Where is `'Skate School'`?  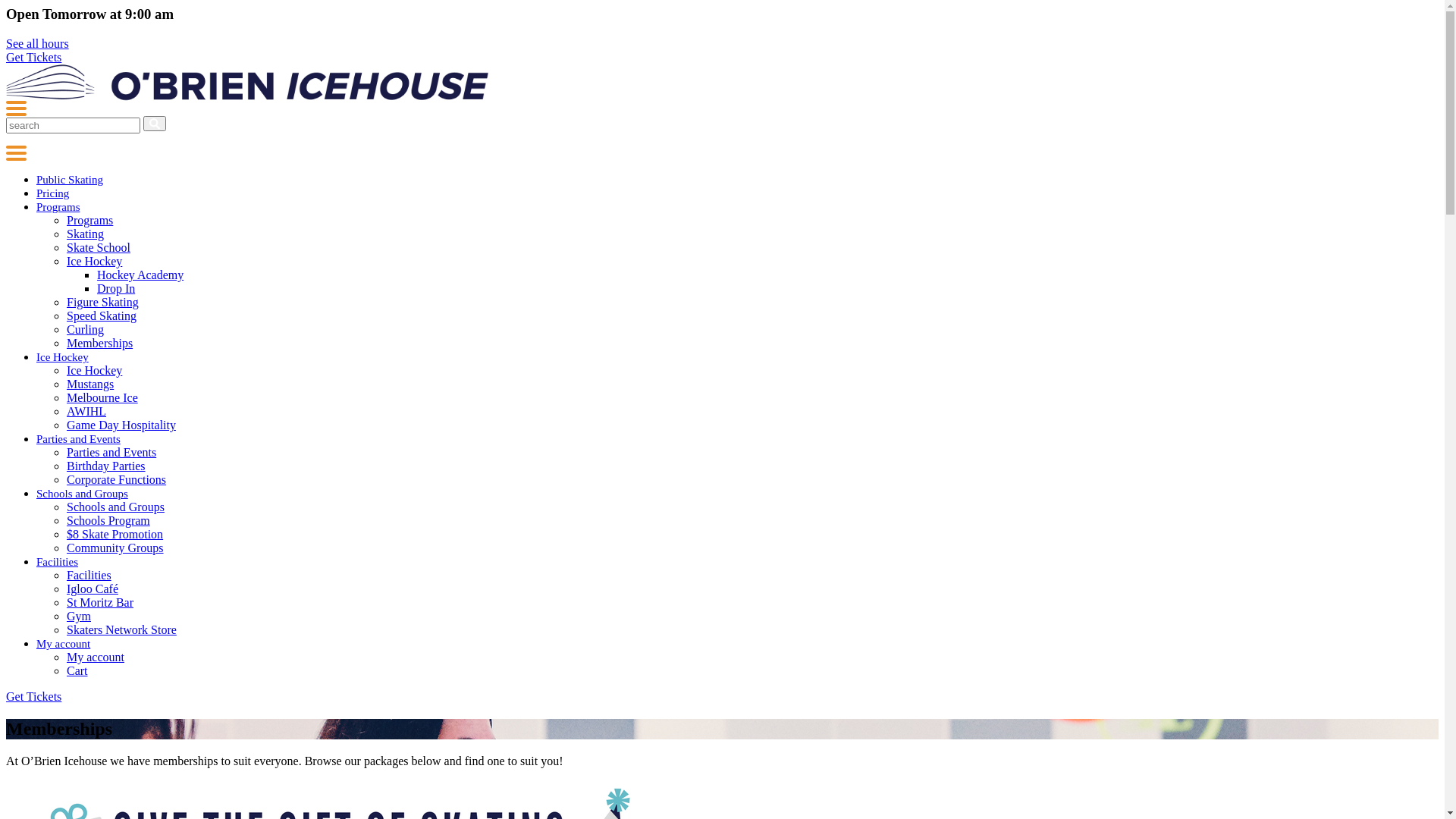
'Skate School' is located at coordinates (65, 246).